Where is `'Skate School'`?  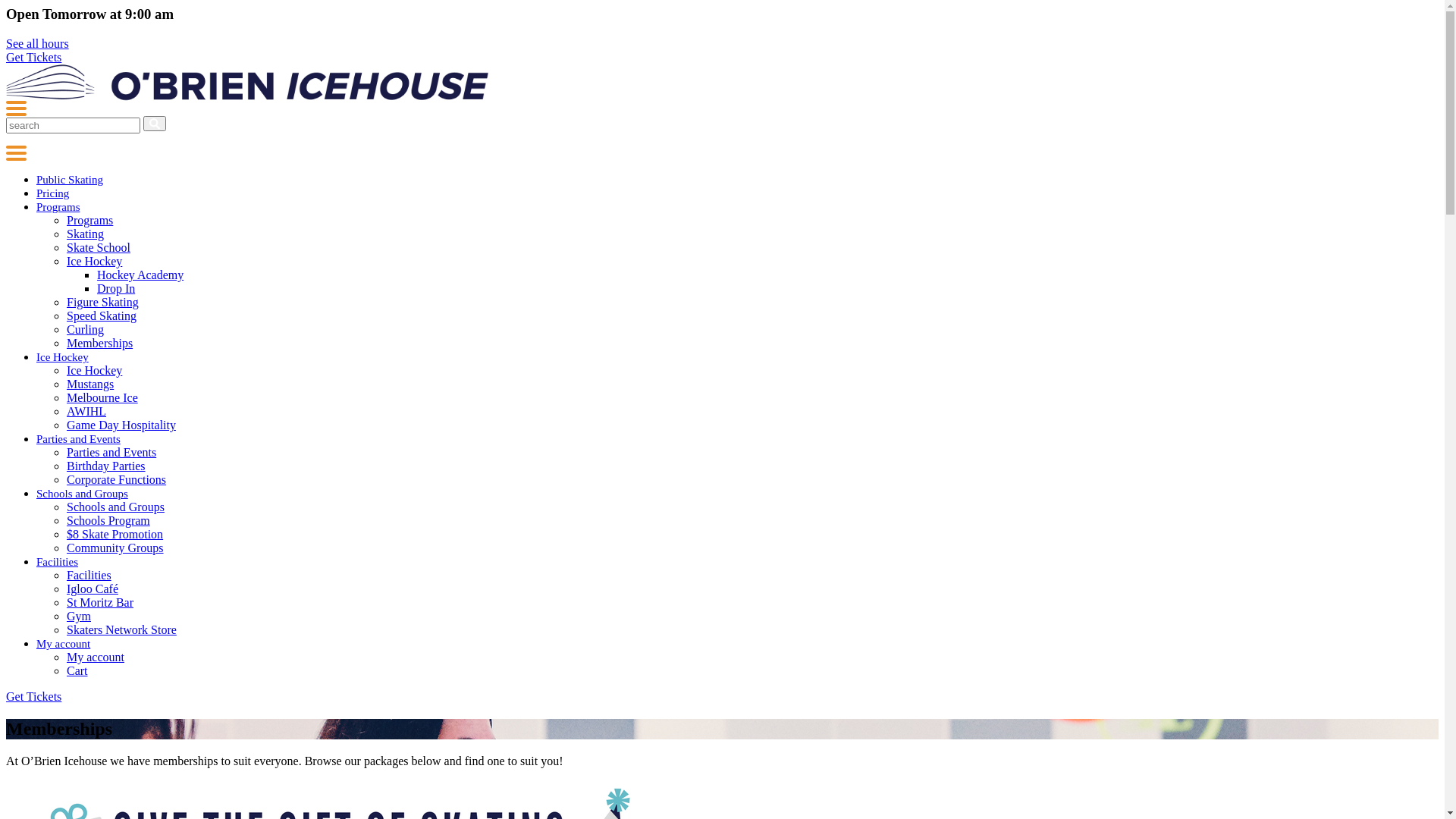
'Skate School' is located at coordinates (65, 246).